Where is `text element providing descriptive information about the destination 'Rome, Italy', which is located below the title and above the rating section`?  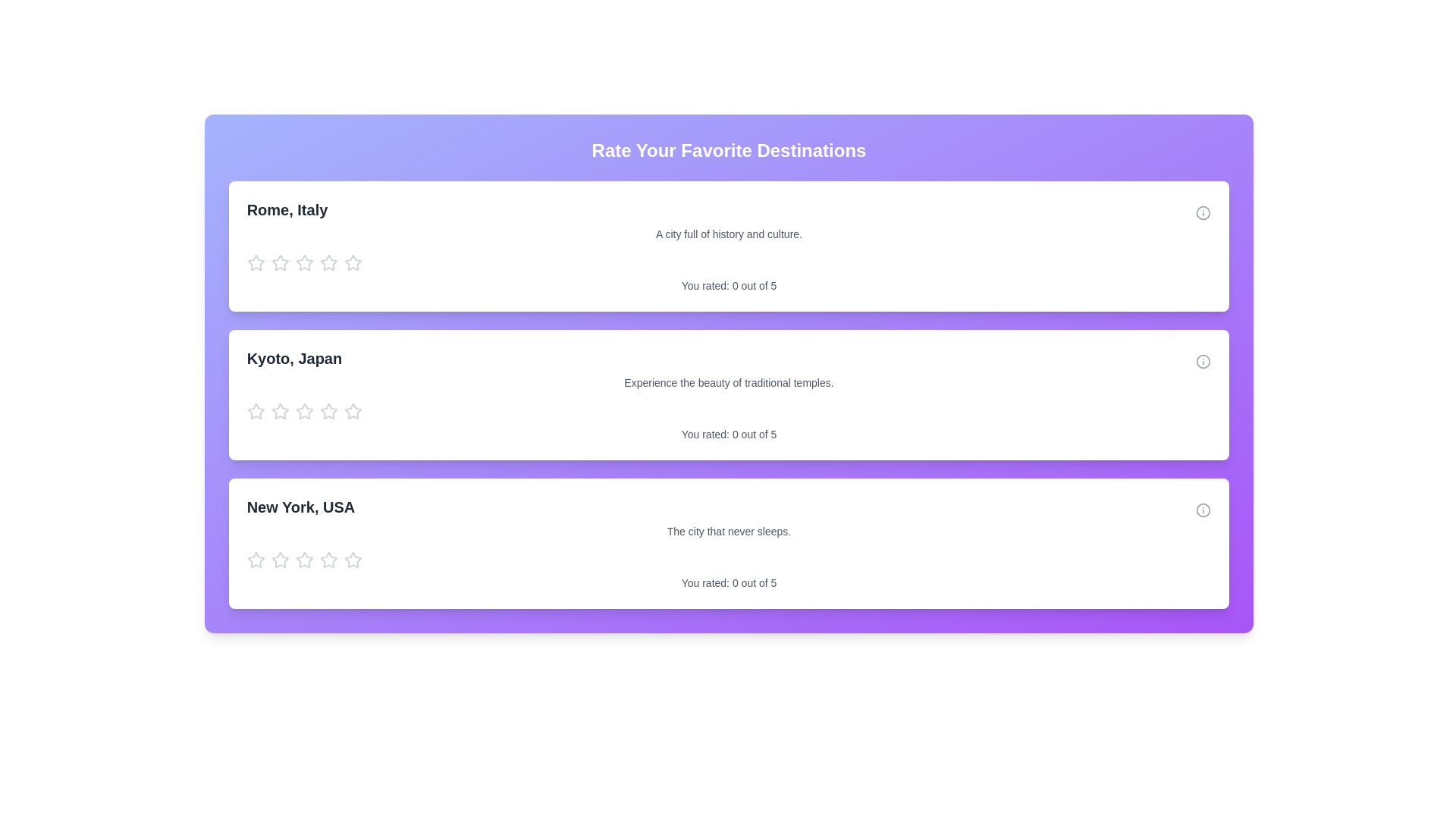 text element providing descriptive information about the destination 'Rome, Italy', which is located below the title and above the rating section is located at coordinates (729, 234).